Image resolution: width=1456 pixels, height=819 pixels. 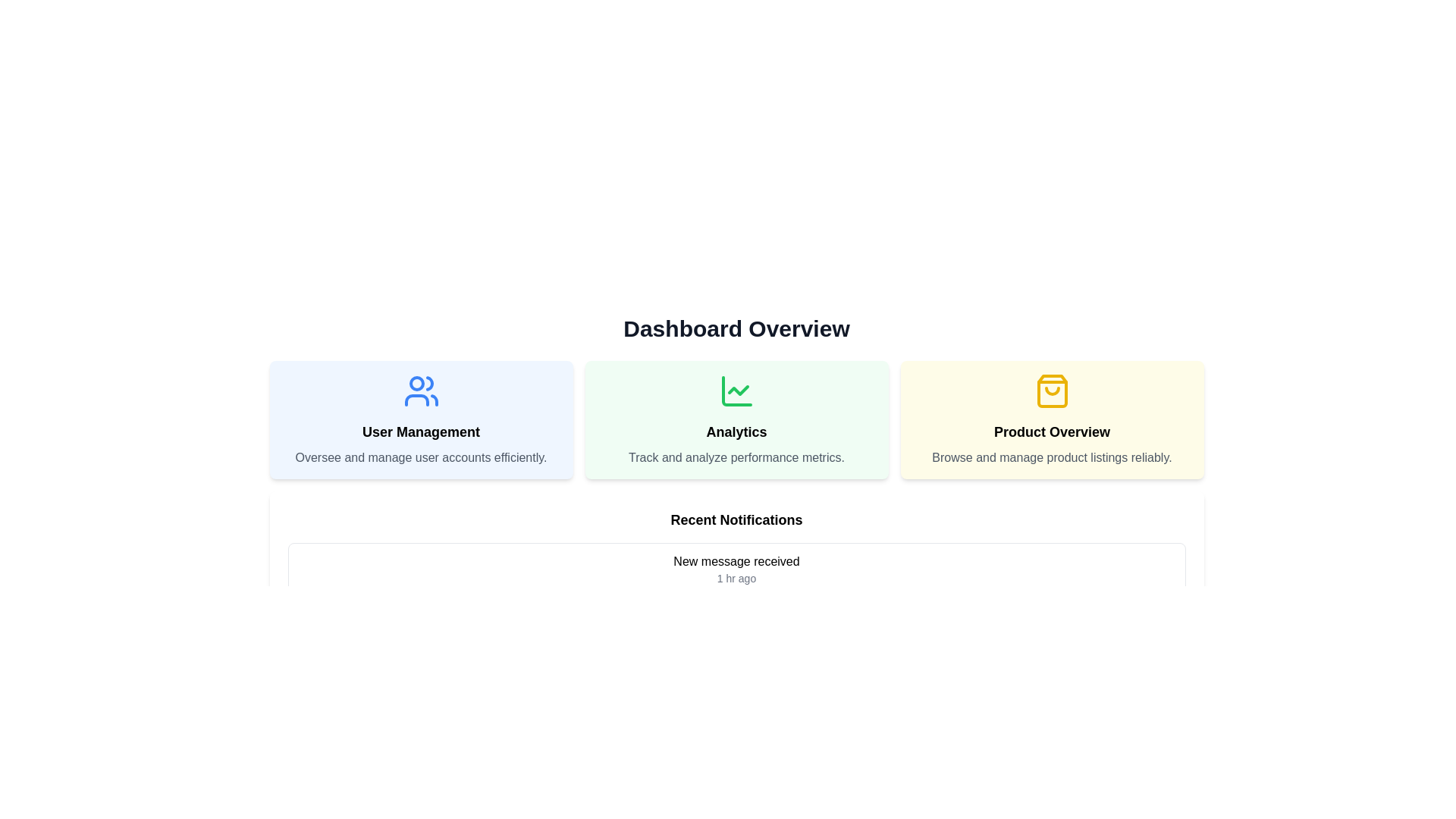 What do you see at coordinates (736, 561) in the screenshot?
I see `message description displayed in the text element that shows 'New message received' within the notification card located in the 'Recent Notifications' section` at bounding box center [736, 561].